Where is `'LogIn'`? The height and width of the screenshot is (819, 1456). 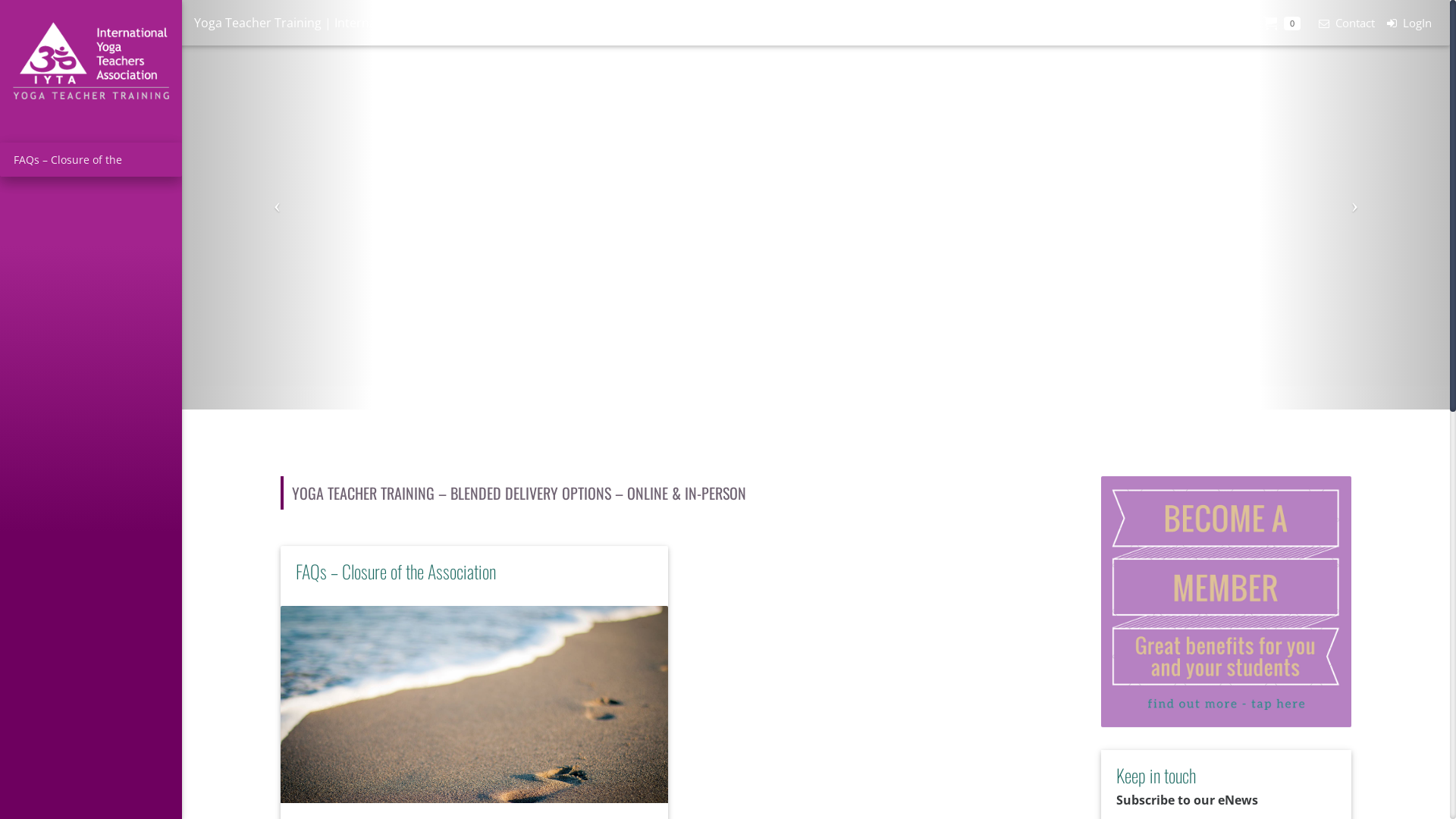 'LogIn' is located at coordinates (1408, 23).